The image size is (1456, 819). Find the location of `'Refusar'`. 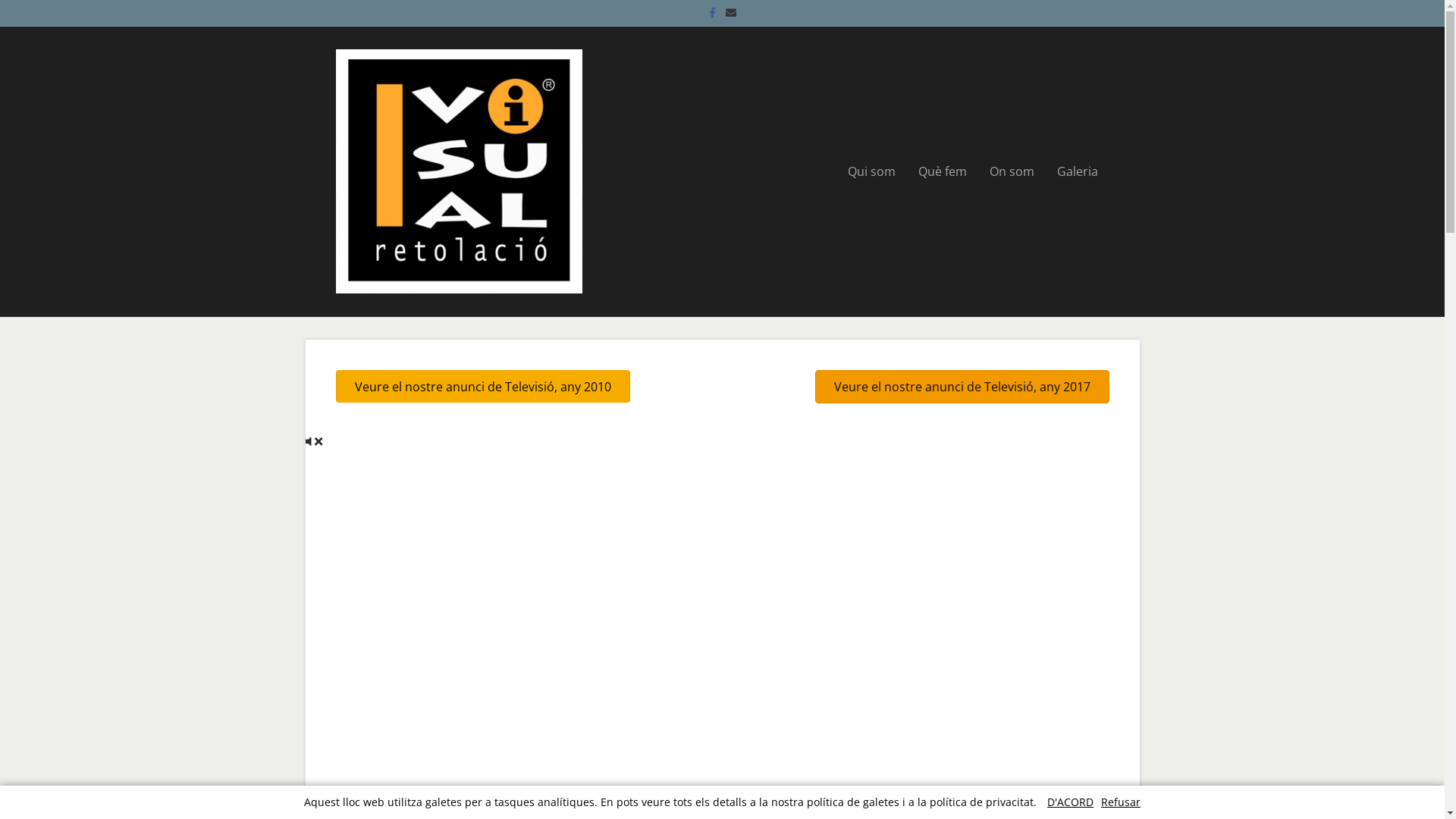

'Refusar' is located at coordinates (1121, 801).